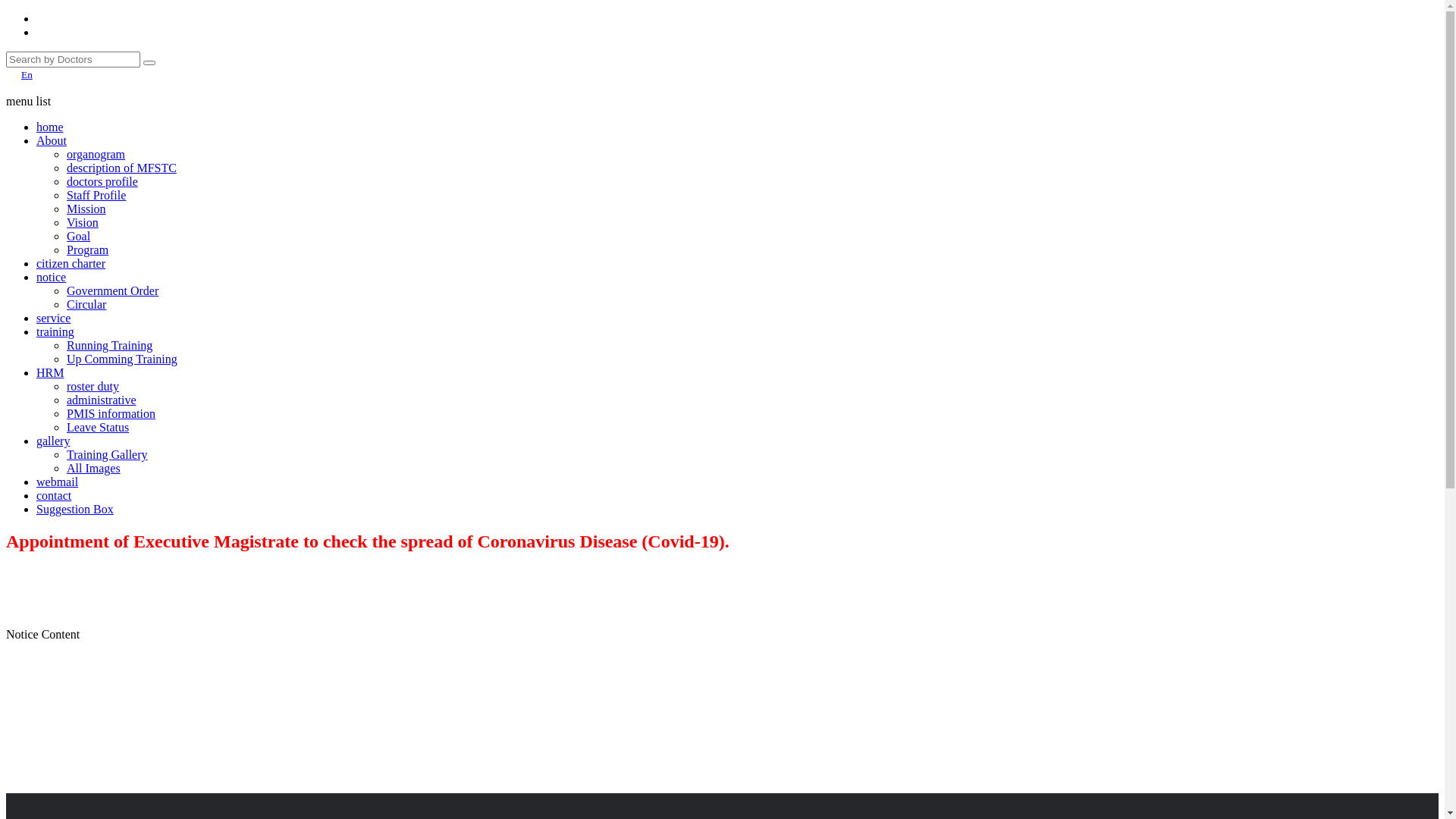 The width and height of the screenshot is (1456, 819). I want to click on 'All Images', so click(93, 467).